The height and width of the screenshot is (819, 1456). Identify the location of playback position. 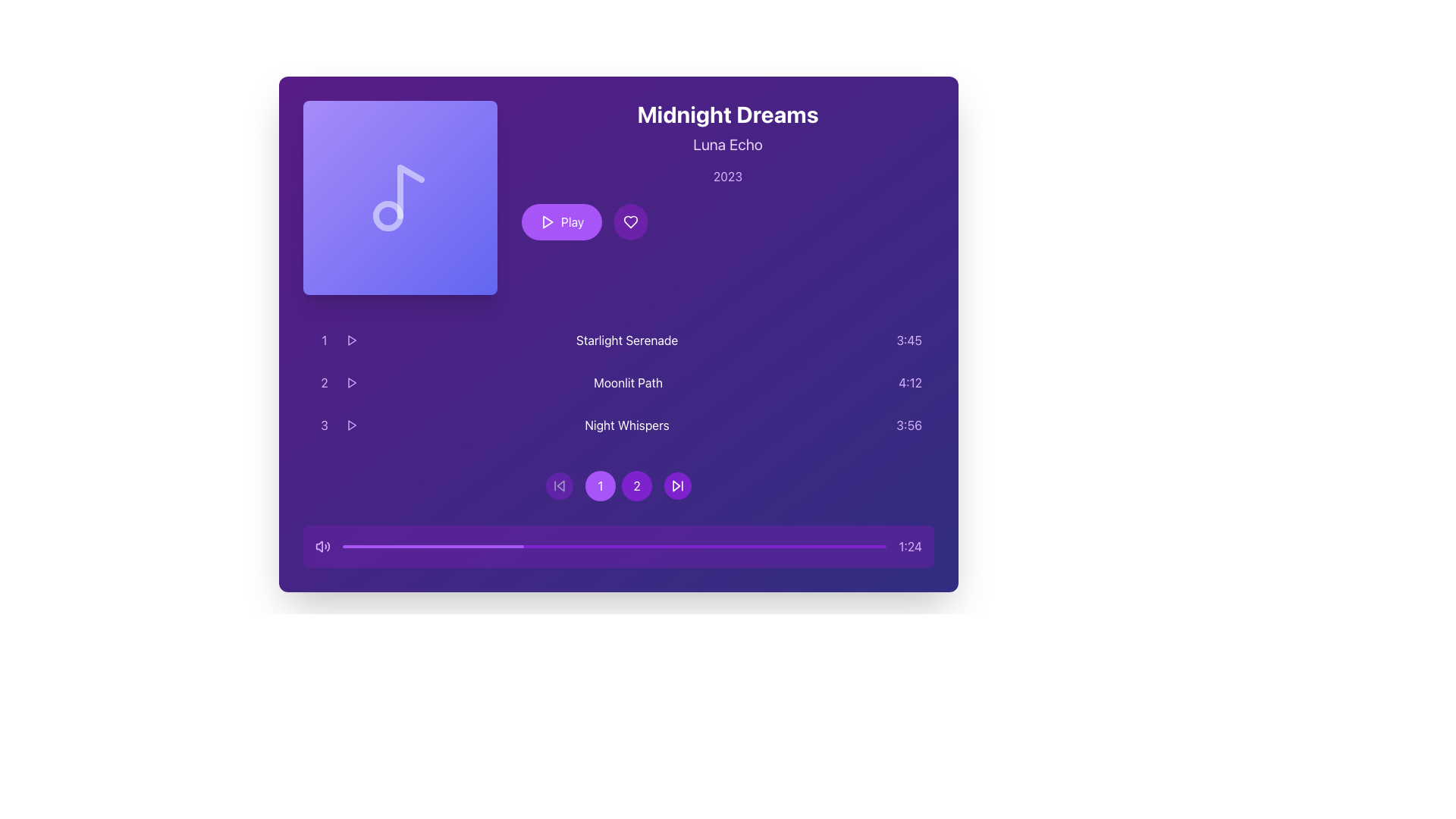
(864, 547).